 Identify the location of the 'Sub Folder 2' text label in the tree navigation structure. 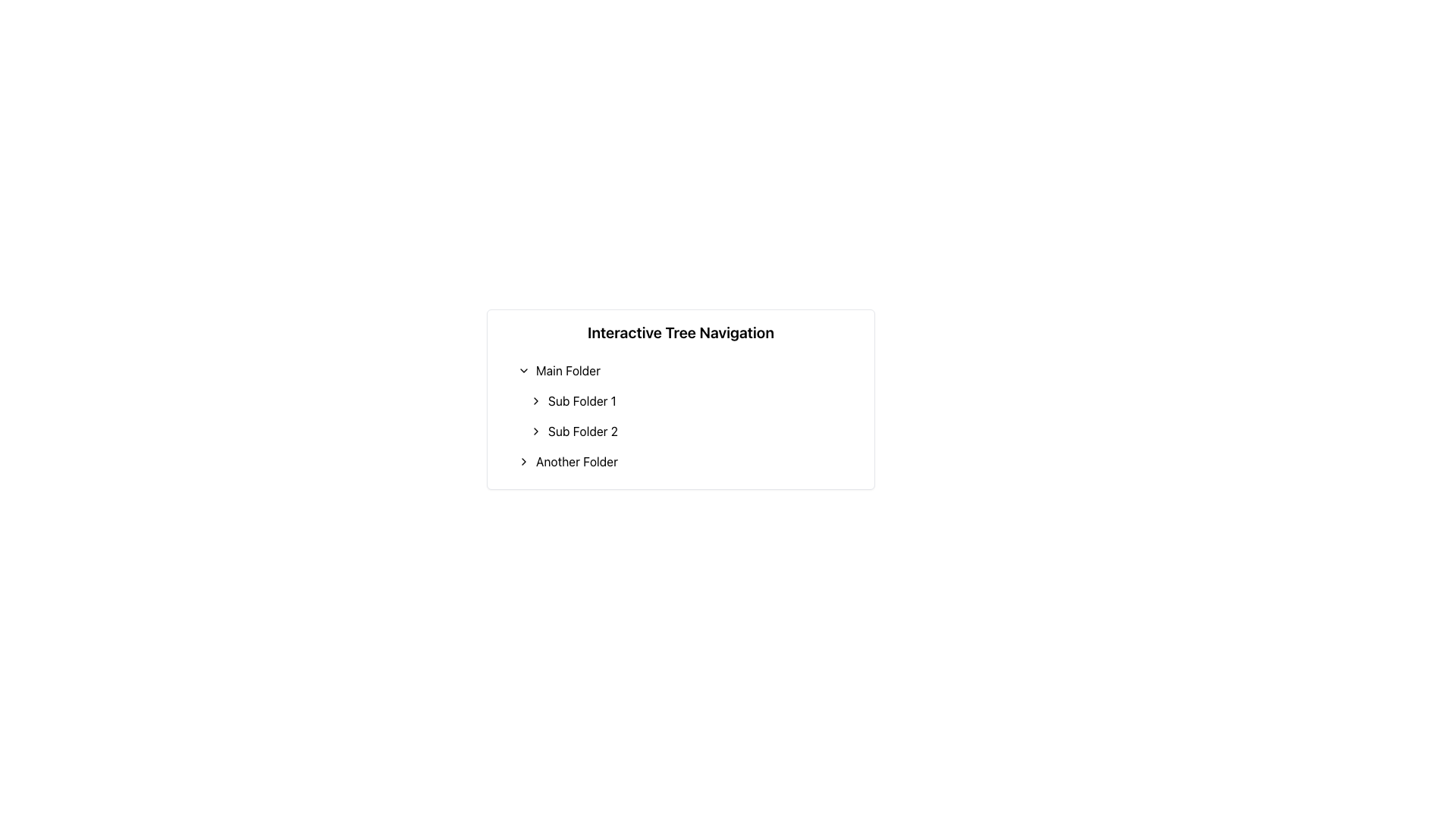
(582, 431).